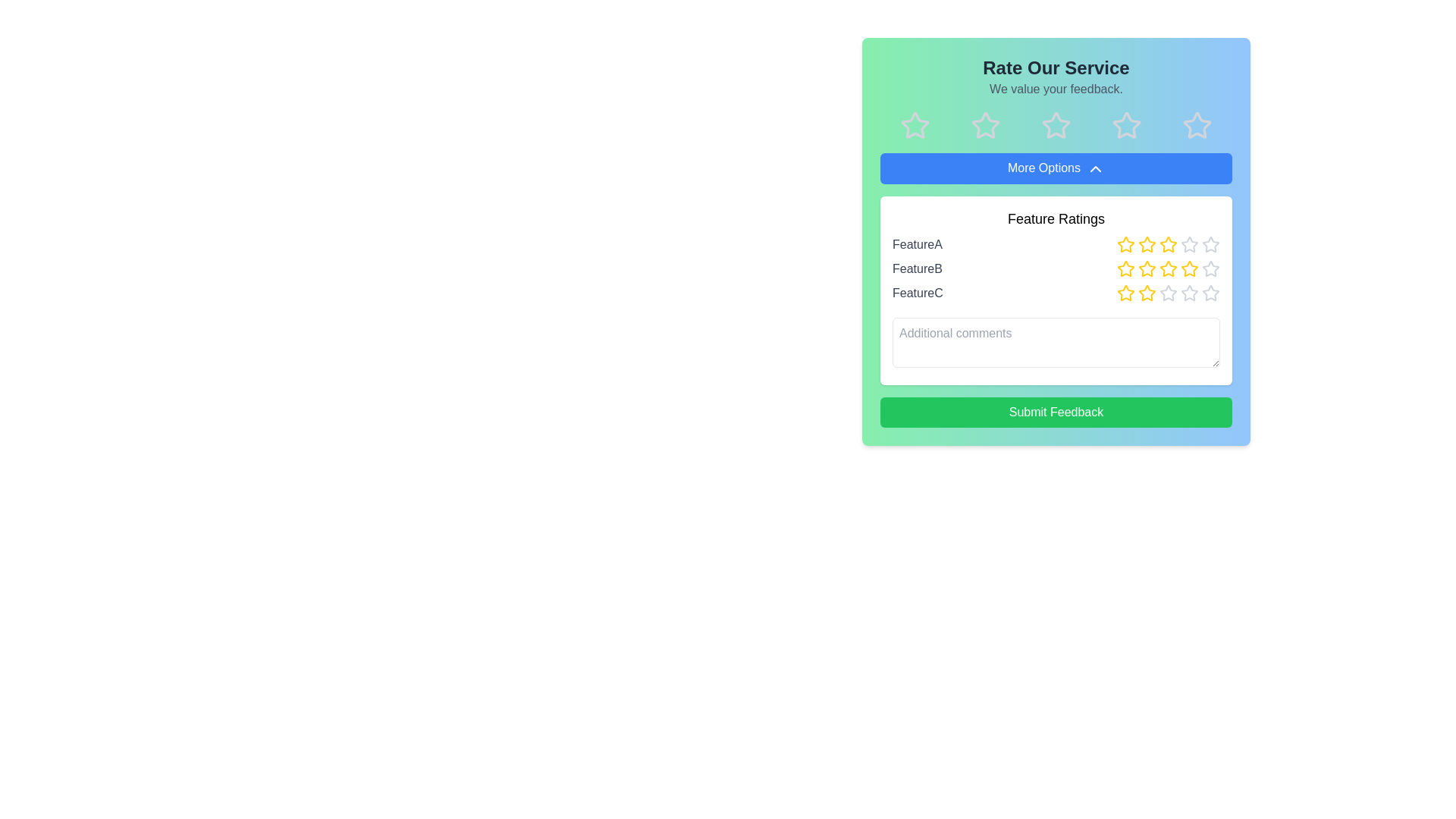 The height and width of the screenshot is (819, 1456). I want to click on the first star icon in the horizontal bar, so click(915, 124).